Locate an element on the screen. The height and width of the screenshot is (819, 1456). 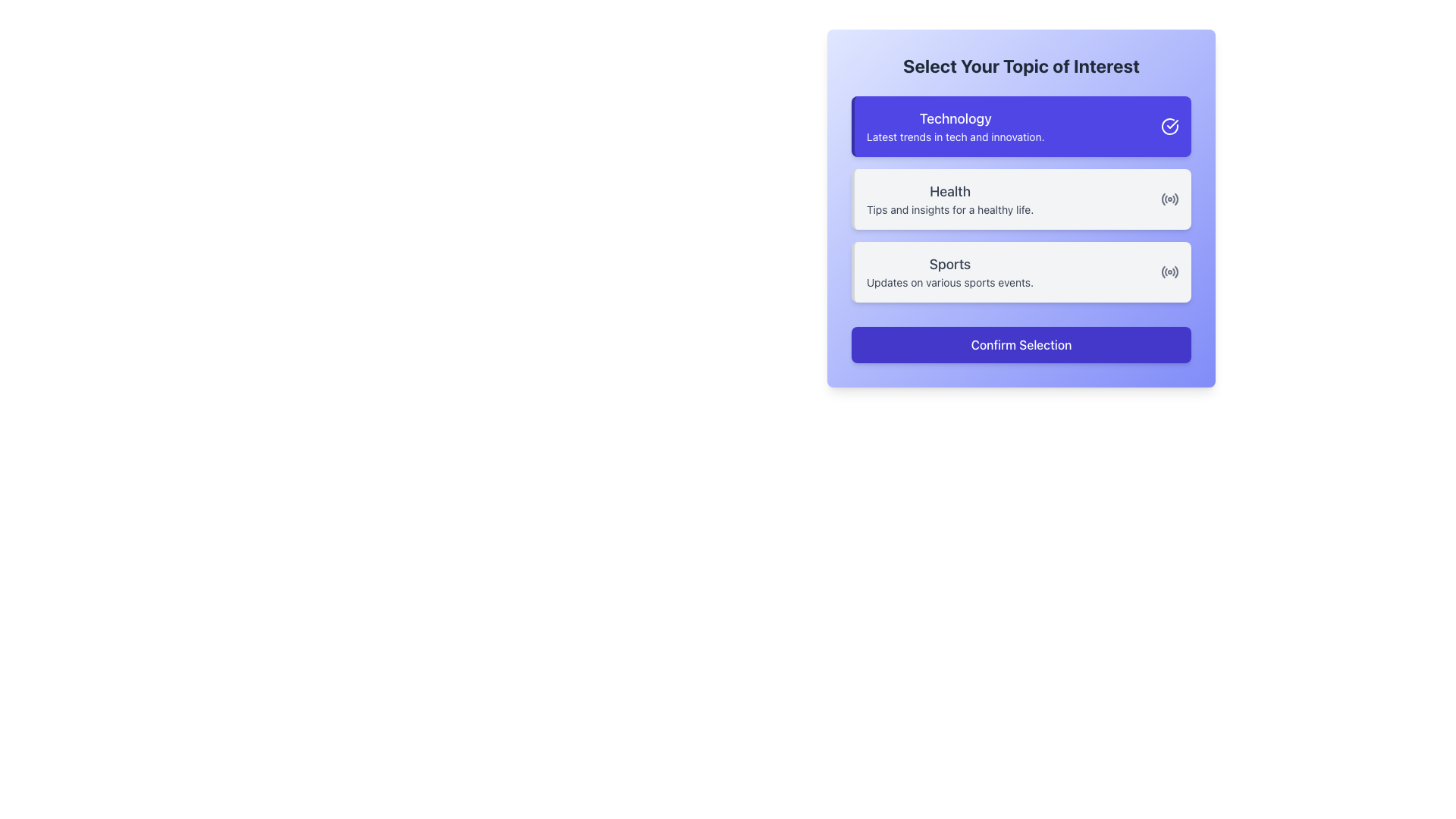
the status indicator icon at the far right of the 'Technology' selection box to indicate its active state is located at coordinates (1169, 125).